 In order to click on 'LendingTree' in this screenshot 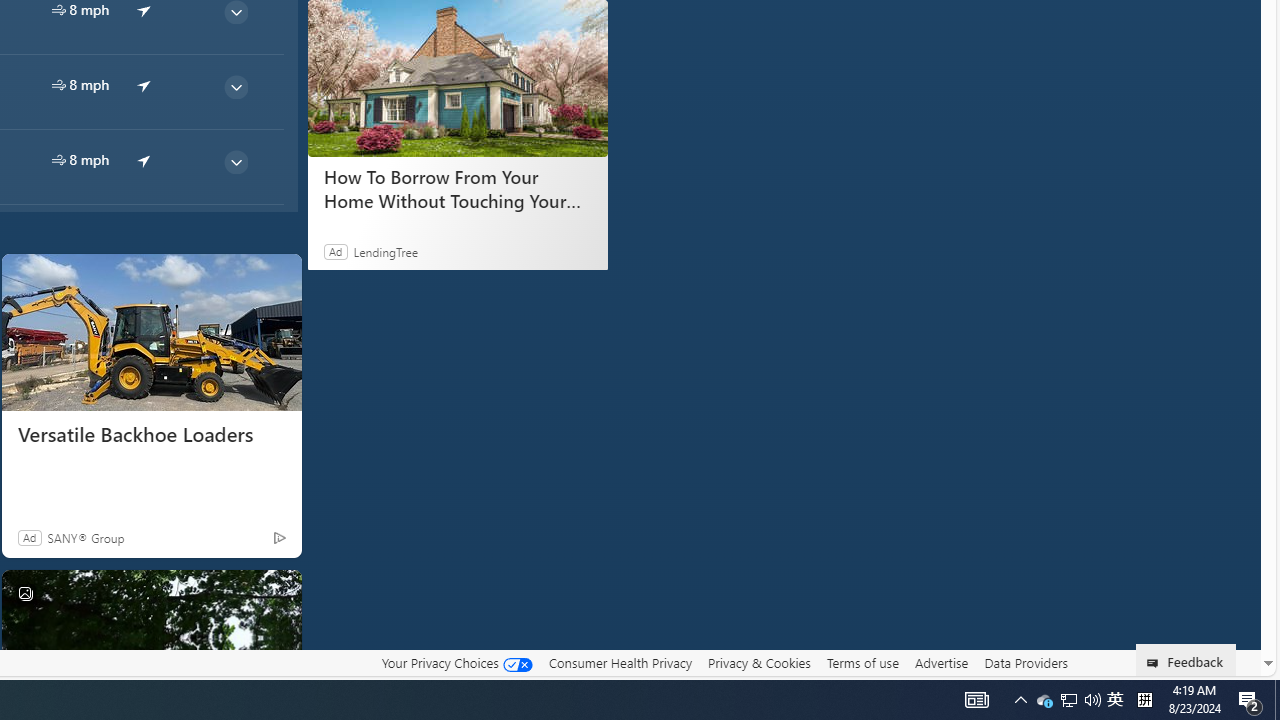, I will do `click(385, 250)`.